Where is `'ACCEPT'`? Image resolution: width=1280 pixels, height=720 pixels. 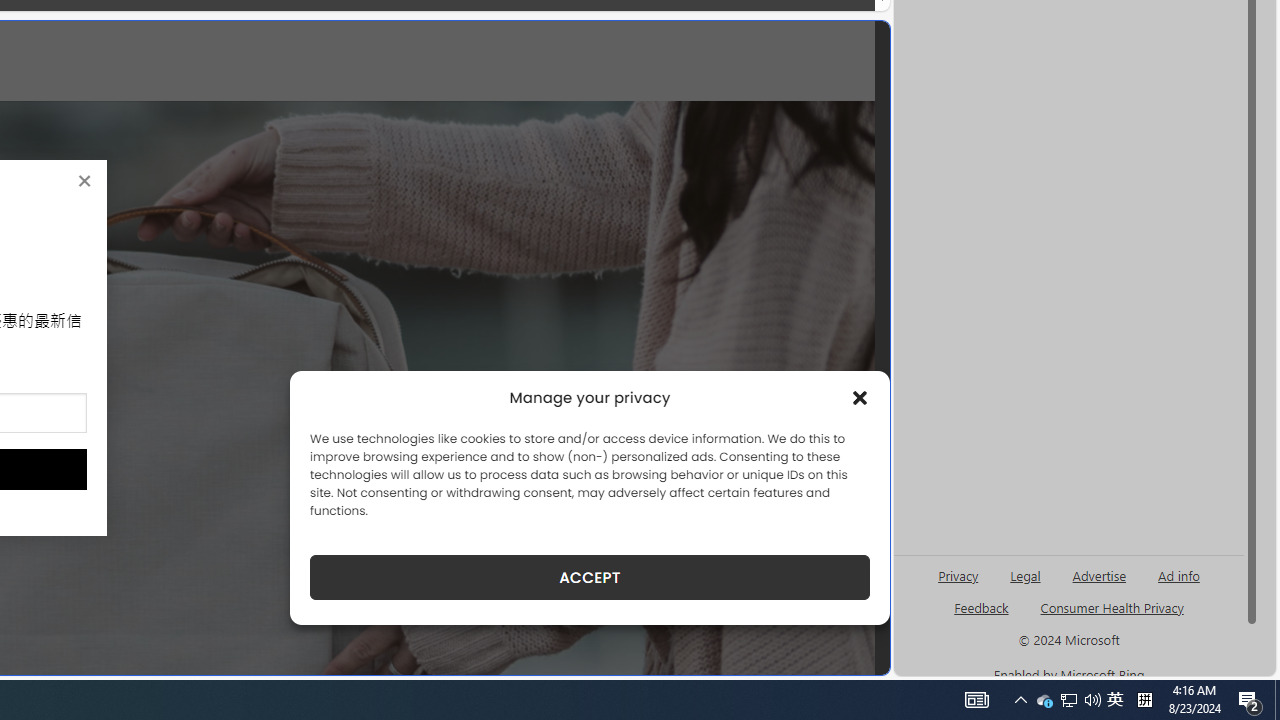 'ACCEPT' is located at coordinates (589, 577).